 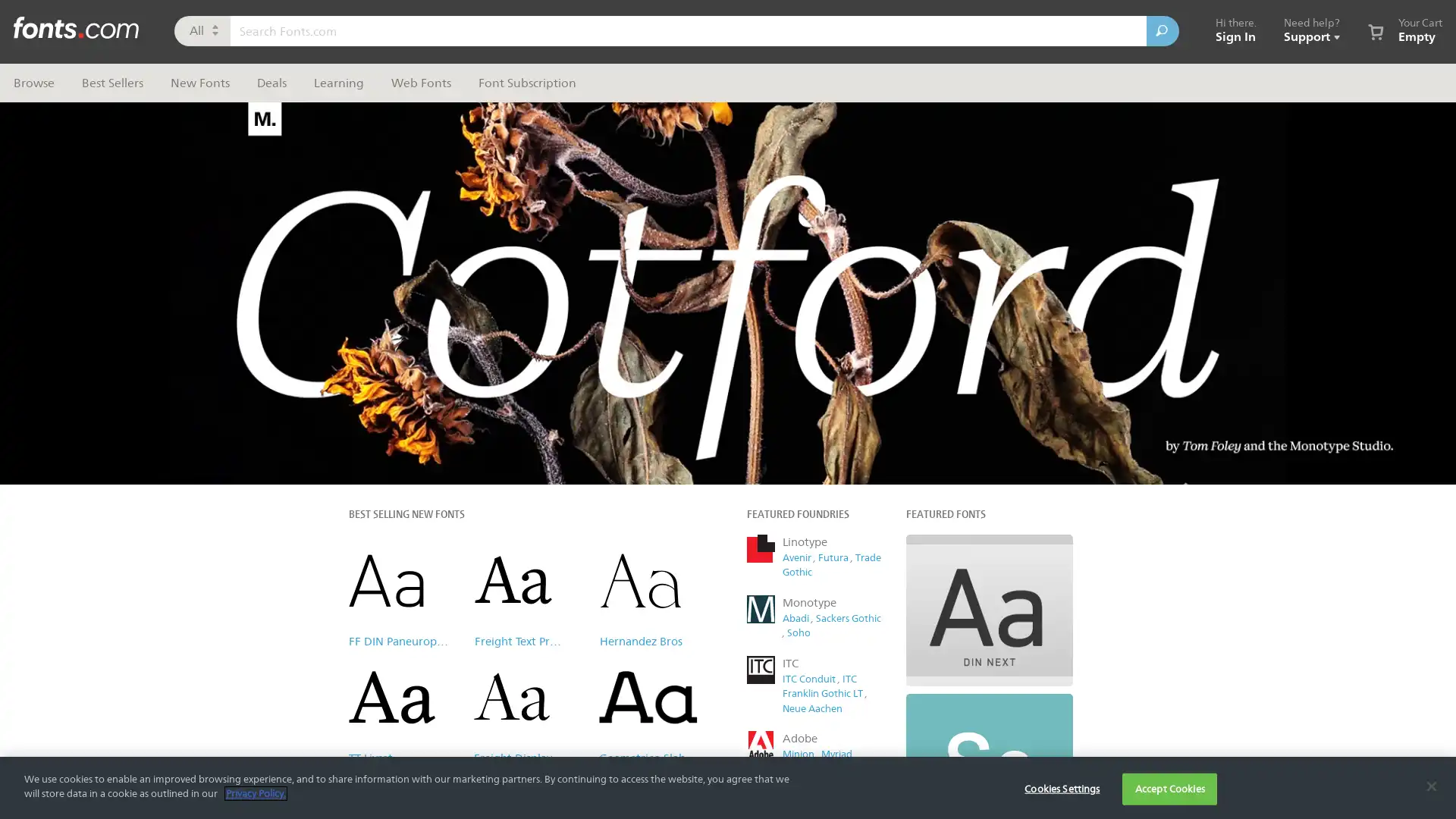 I want to click on Accept Cookies, so click(x=1169, y=788).